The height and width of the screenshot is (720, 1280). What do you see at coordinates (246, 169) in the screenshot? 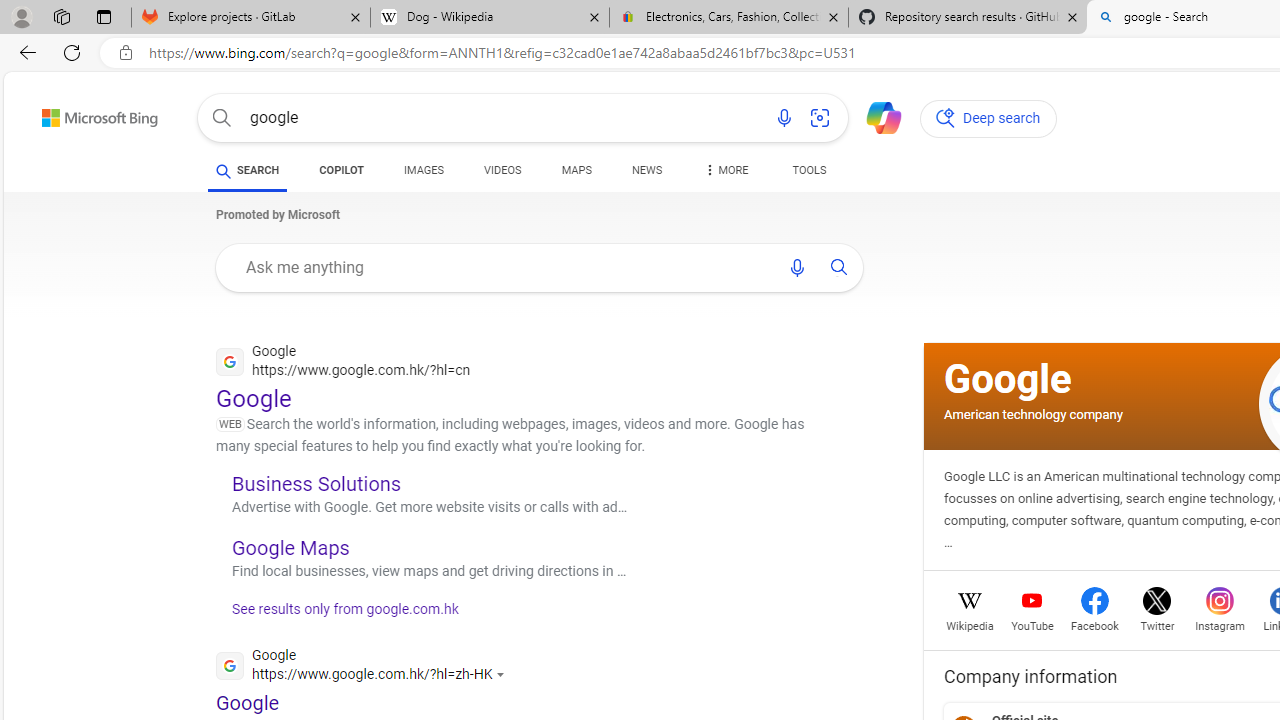
I see `'SEARCH'` at bounding box center [246, 169].